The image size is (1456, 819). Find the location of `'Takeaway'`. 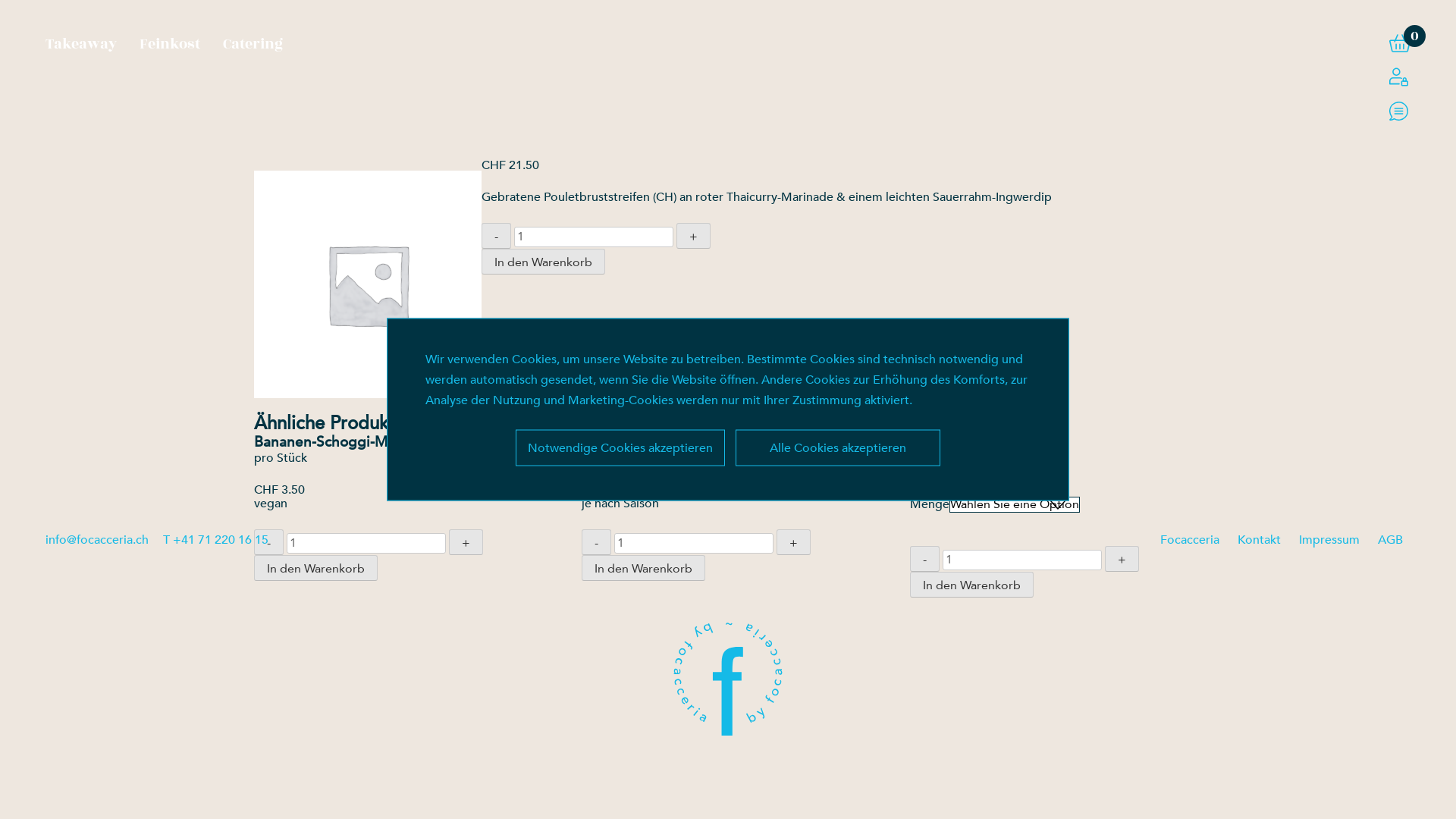

'Takeaway' is located at coordinates (80, 42).